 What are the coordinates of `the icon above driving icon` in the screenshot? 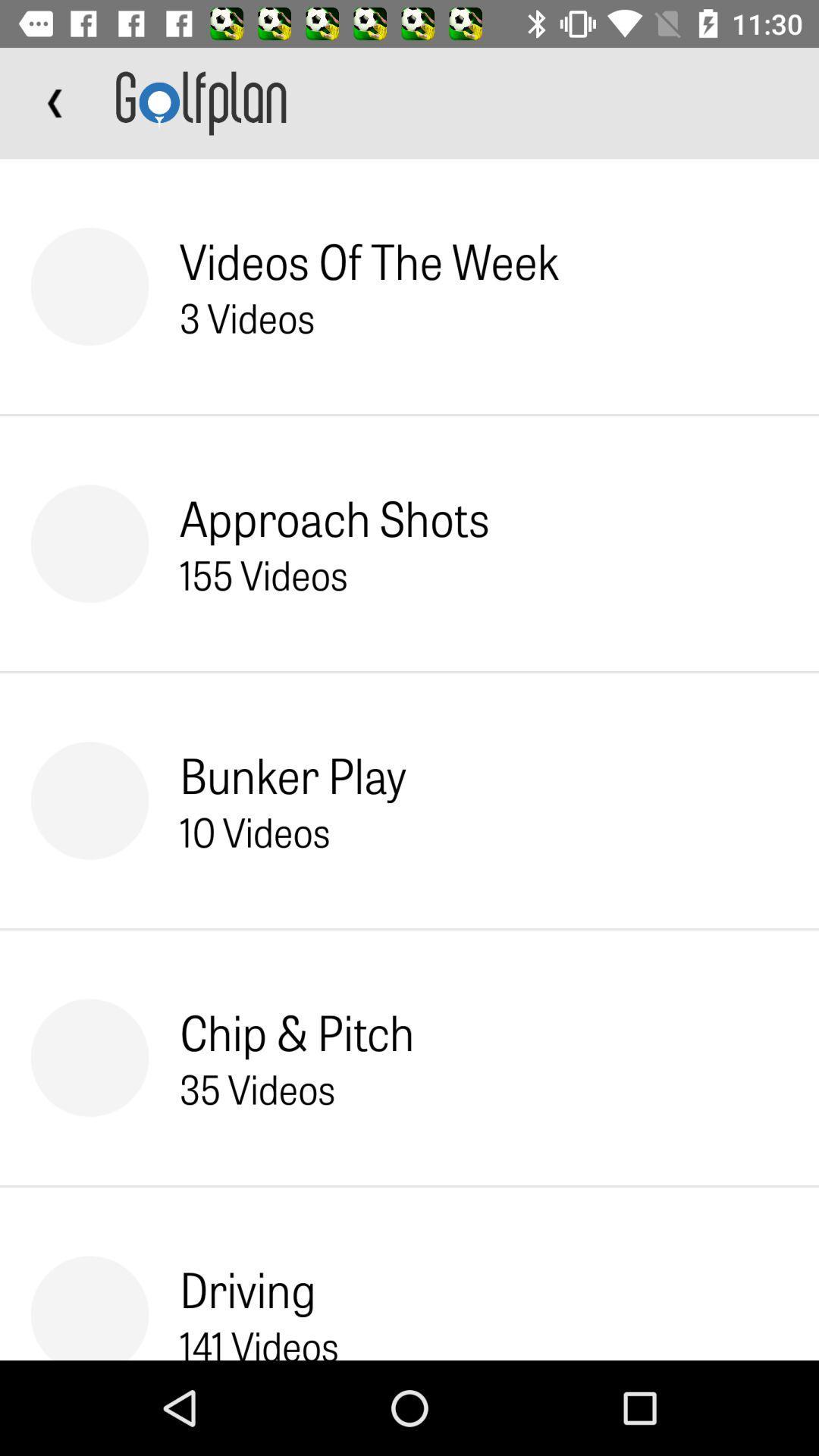 It's located at (256, 1087).